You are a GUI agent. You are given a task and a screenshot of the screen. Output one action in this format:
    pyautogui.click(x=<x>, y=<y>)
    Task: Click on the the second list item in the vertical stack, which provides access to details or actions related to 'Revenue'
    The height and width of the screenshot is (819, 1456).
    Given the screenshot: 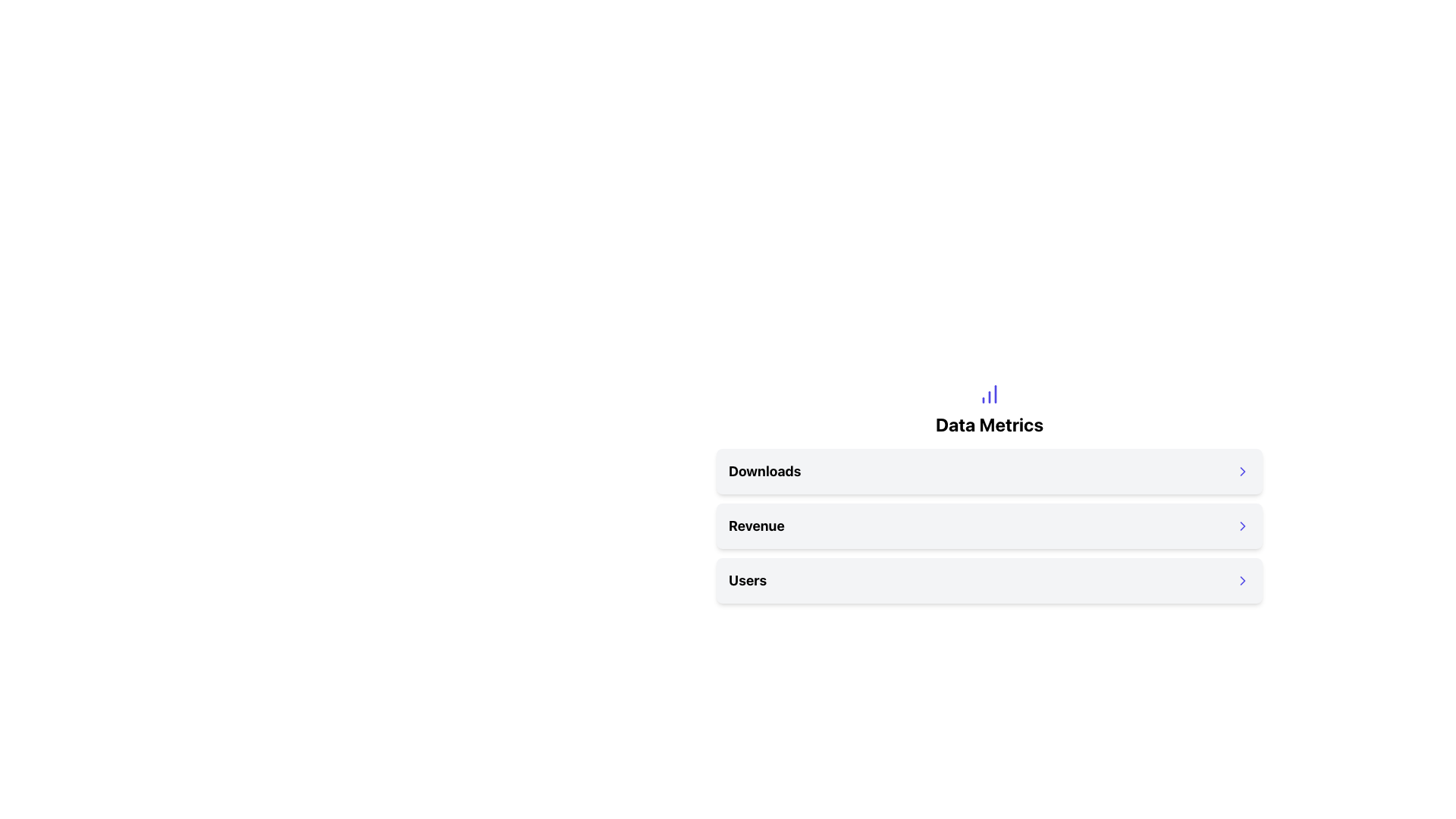 What is the action you would take?
    pyautogui.click(x=990, y=526)
    